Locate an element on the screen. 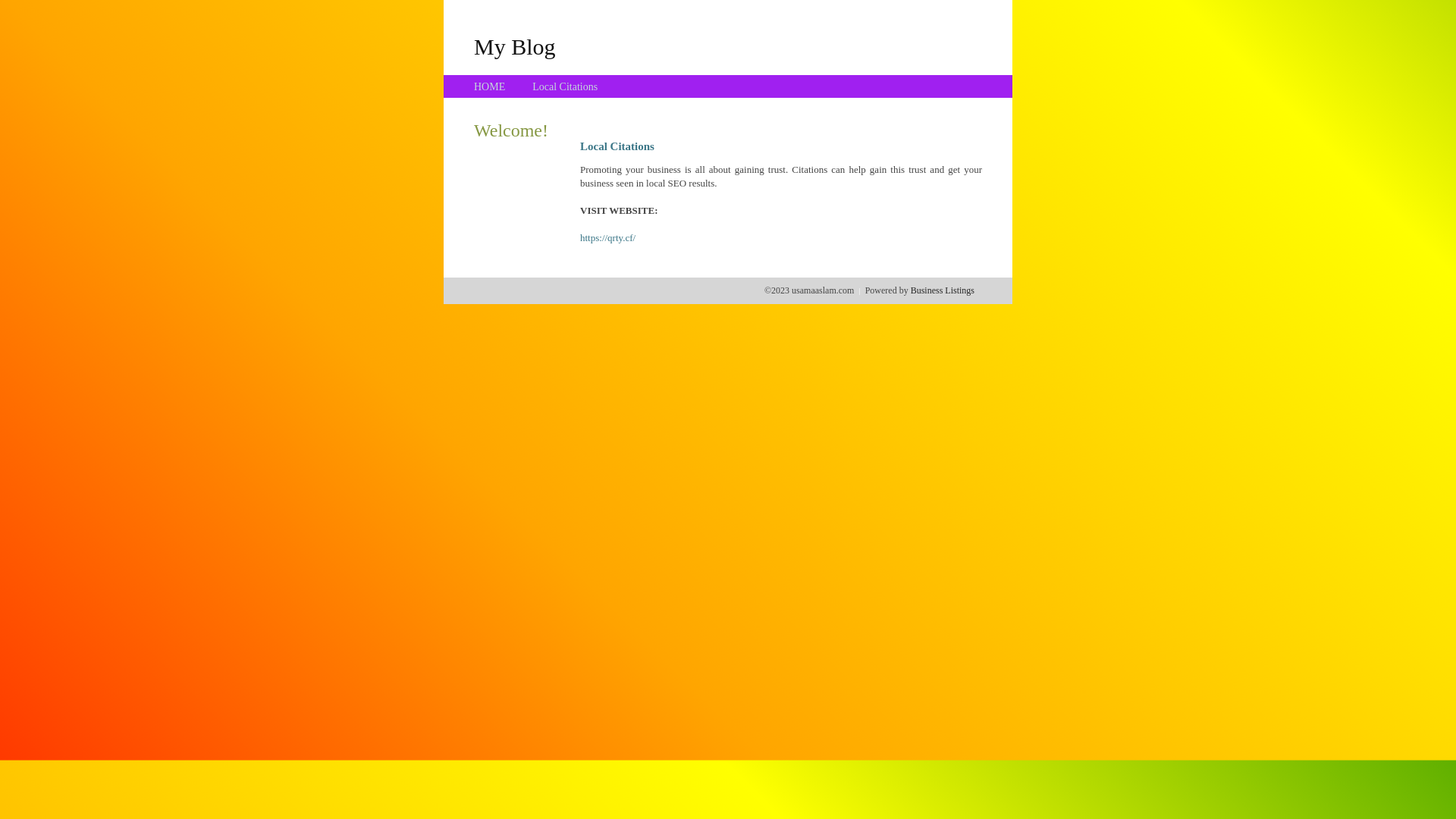 The height and width of the screenshot is (819, 1456). 'Local Citations' is located at coordinates (563, 86).